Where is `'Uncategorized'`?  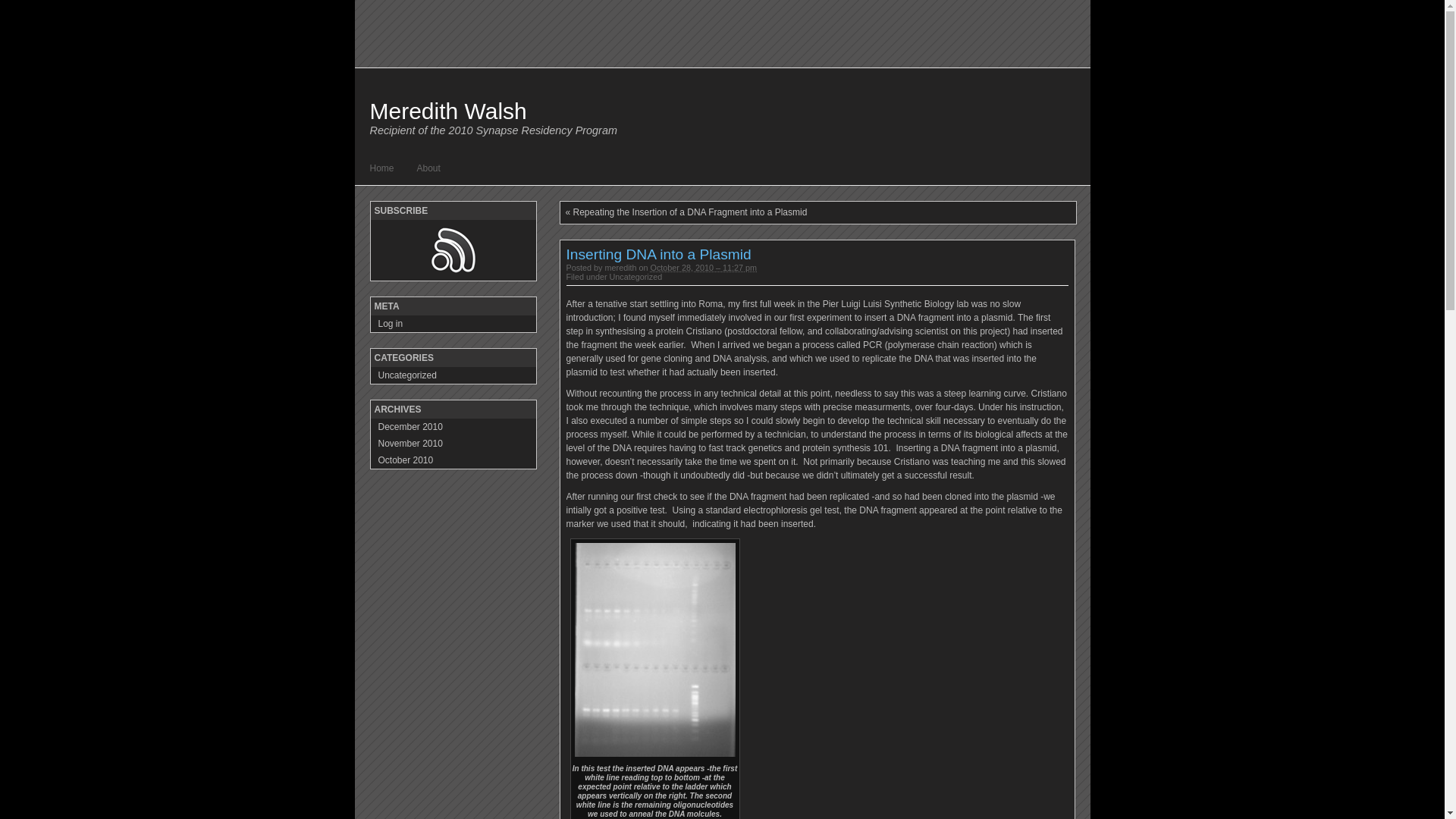
'Uncategorized' is located at coordinates (451, 375).